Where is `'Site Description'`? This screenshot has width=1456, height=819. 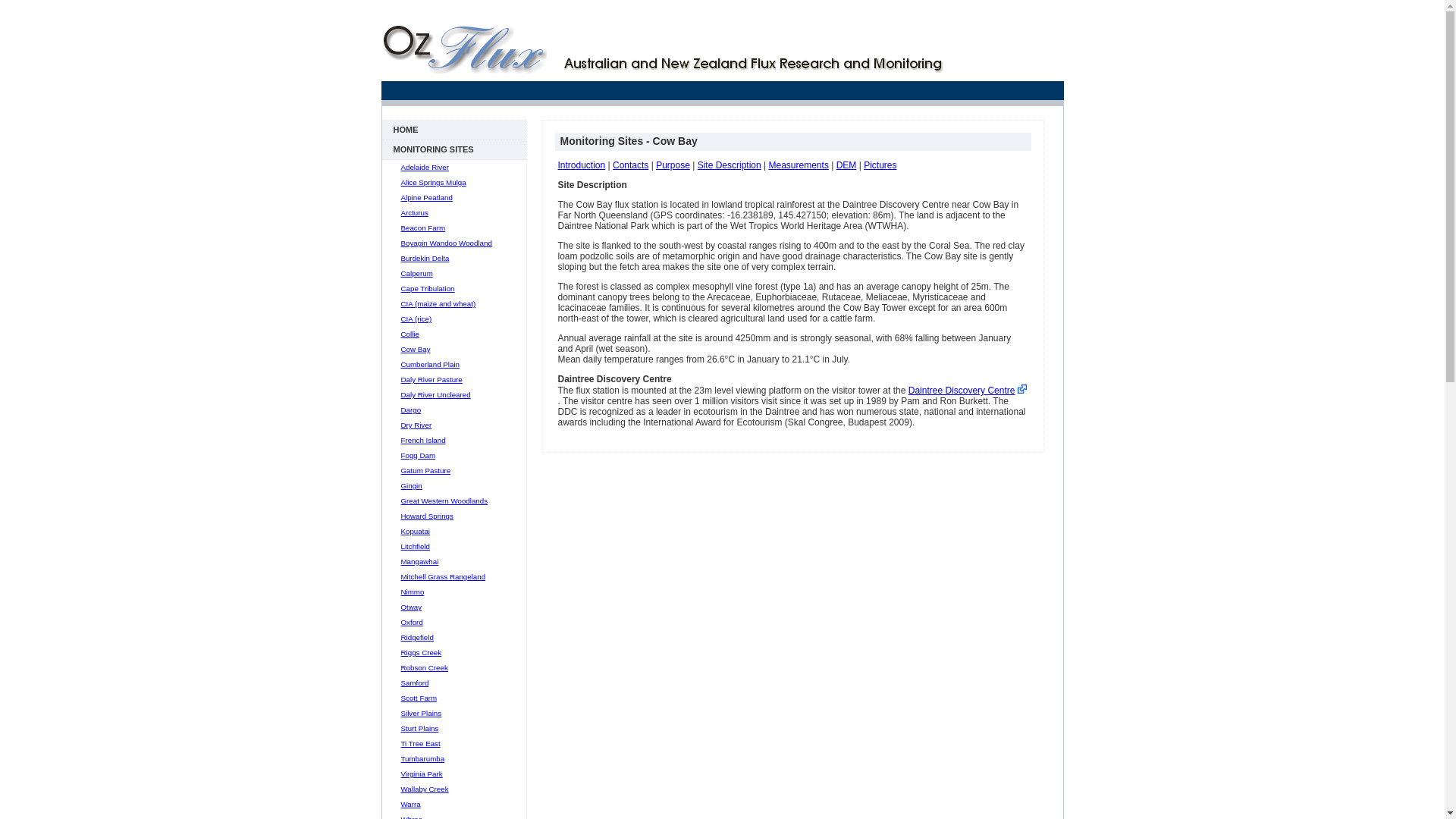
'Site Description' is located at coordinates (729, 165).